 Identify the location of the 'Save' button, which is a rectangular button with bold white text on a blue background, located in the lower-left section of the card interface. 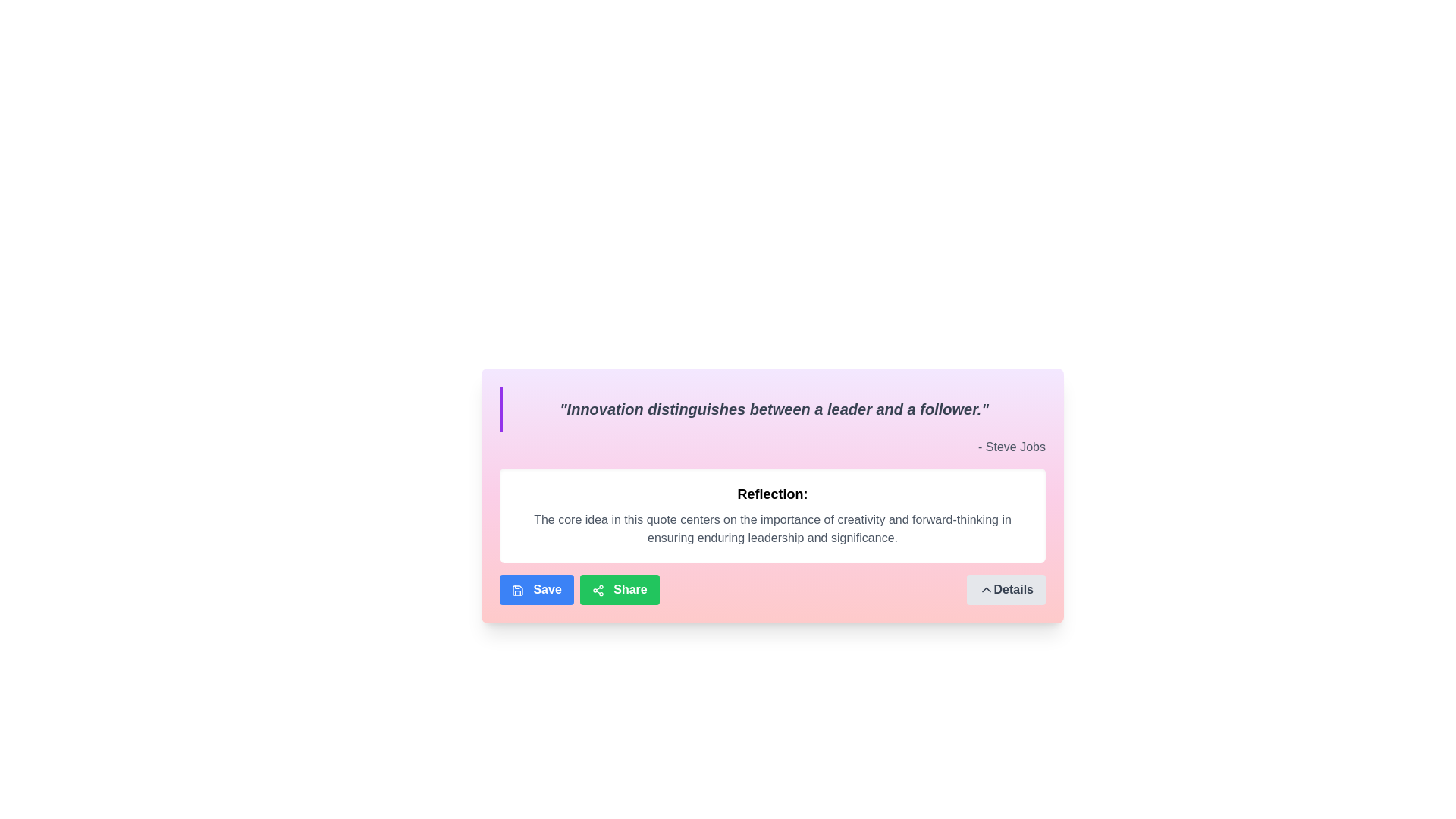
(536, 589).